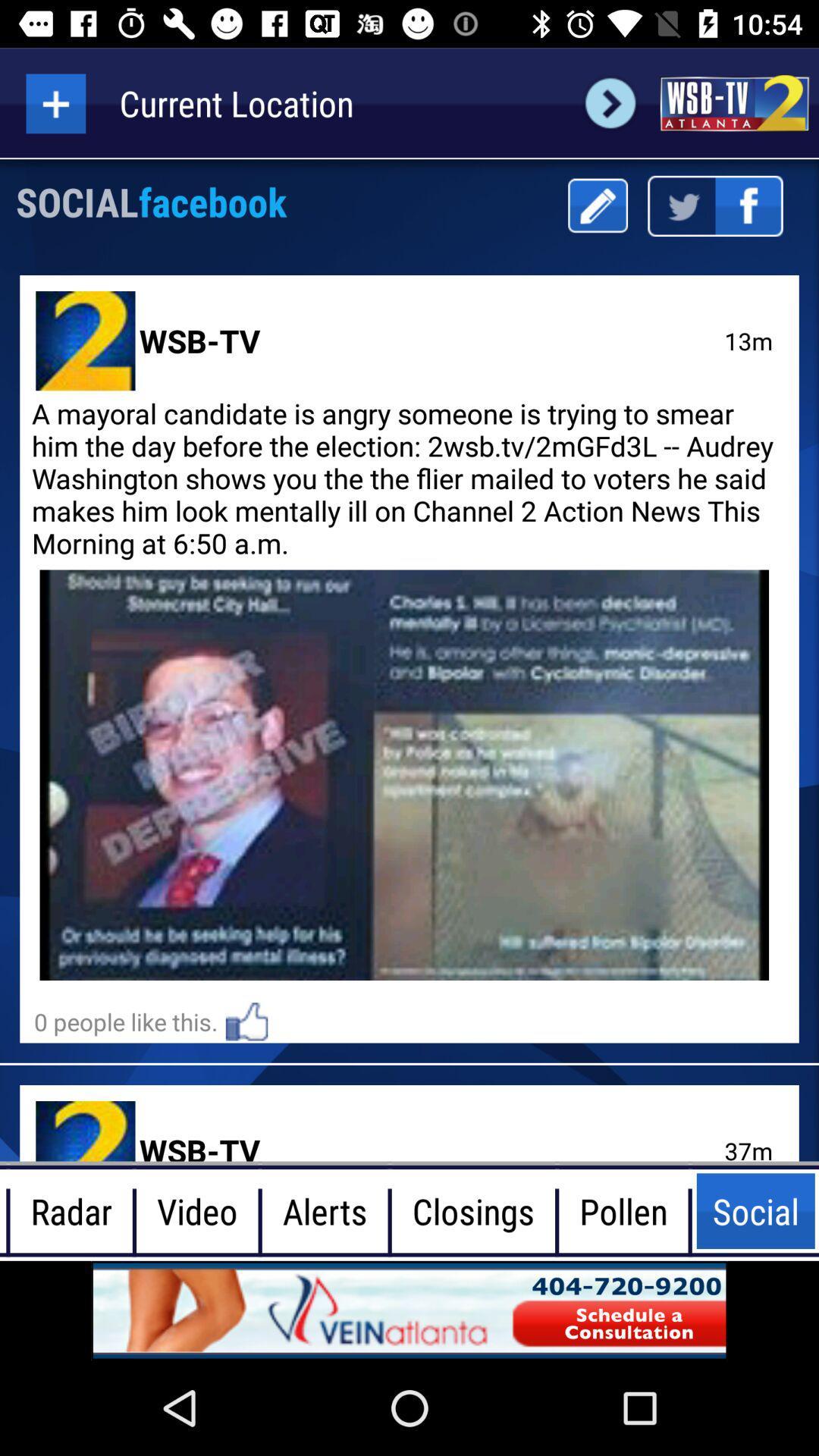  I want to click on the add icon, so click(55, 102).